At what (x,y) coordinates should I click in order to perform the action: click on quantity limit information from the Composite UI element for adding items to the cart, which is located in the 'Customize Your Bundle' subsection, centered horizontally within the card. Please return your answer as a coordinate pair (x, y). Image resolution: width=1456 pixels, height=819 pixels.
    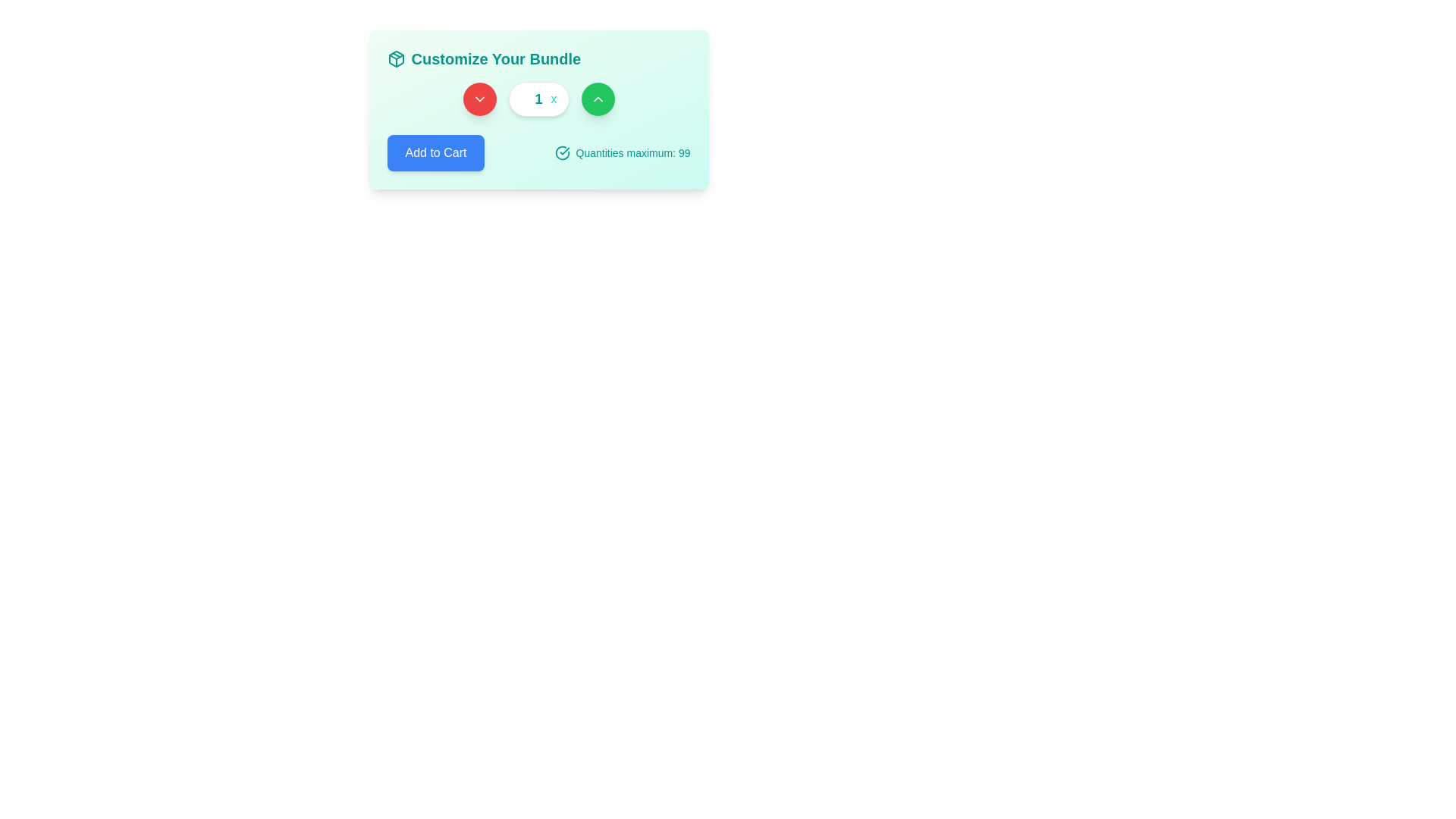
    Looking at the image, I should click on (538, 152).